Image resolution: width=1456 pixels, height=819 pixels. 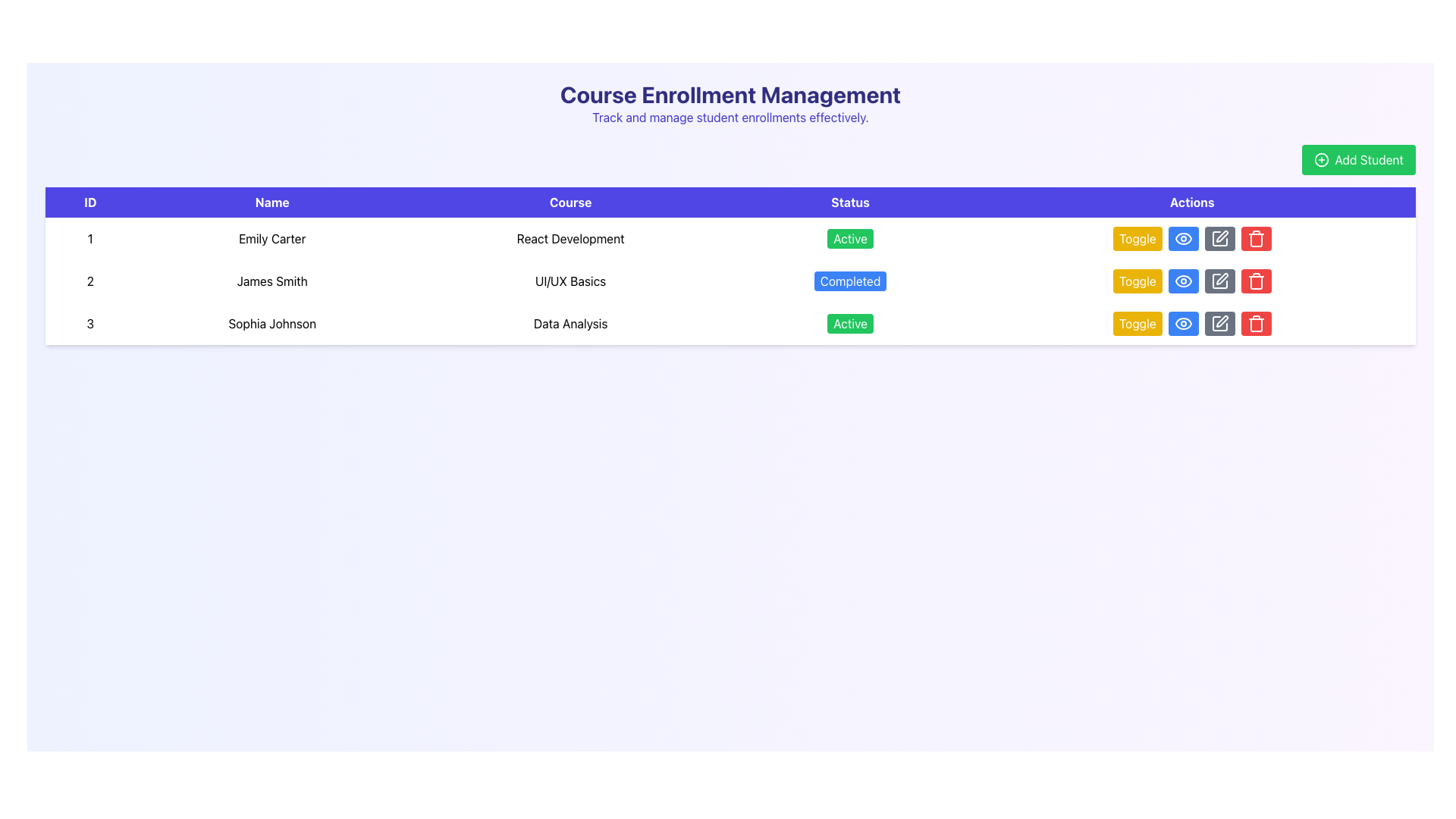 What do you see at coordinates (1222, 237) in the screenshot?
I see `the angled pen icon representing editing functionality in the Actions column for user 'James Smith' (ID 2)` at bounding box center [1222, 237].